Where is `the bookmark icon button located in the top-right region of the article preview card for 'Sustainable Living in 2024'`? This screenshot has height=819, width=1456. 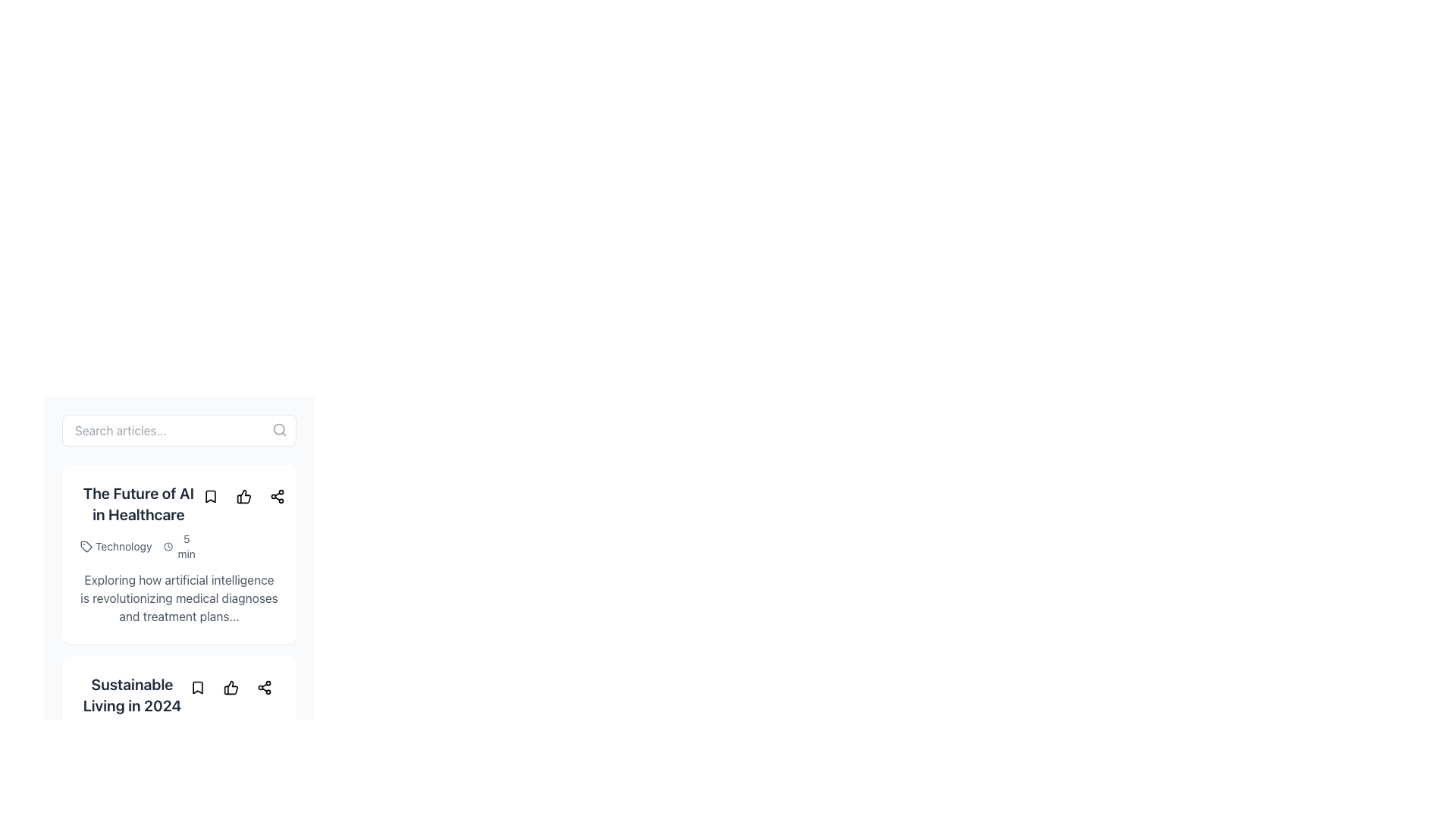
the bookmark icon button located in the top-right region of the article preview card for 'Sustainable Living in 2024' is located at coordinates (196, 687).